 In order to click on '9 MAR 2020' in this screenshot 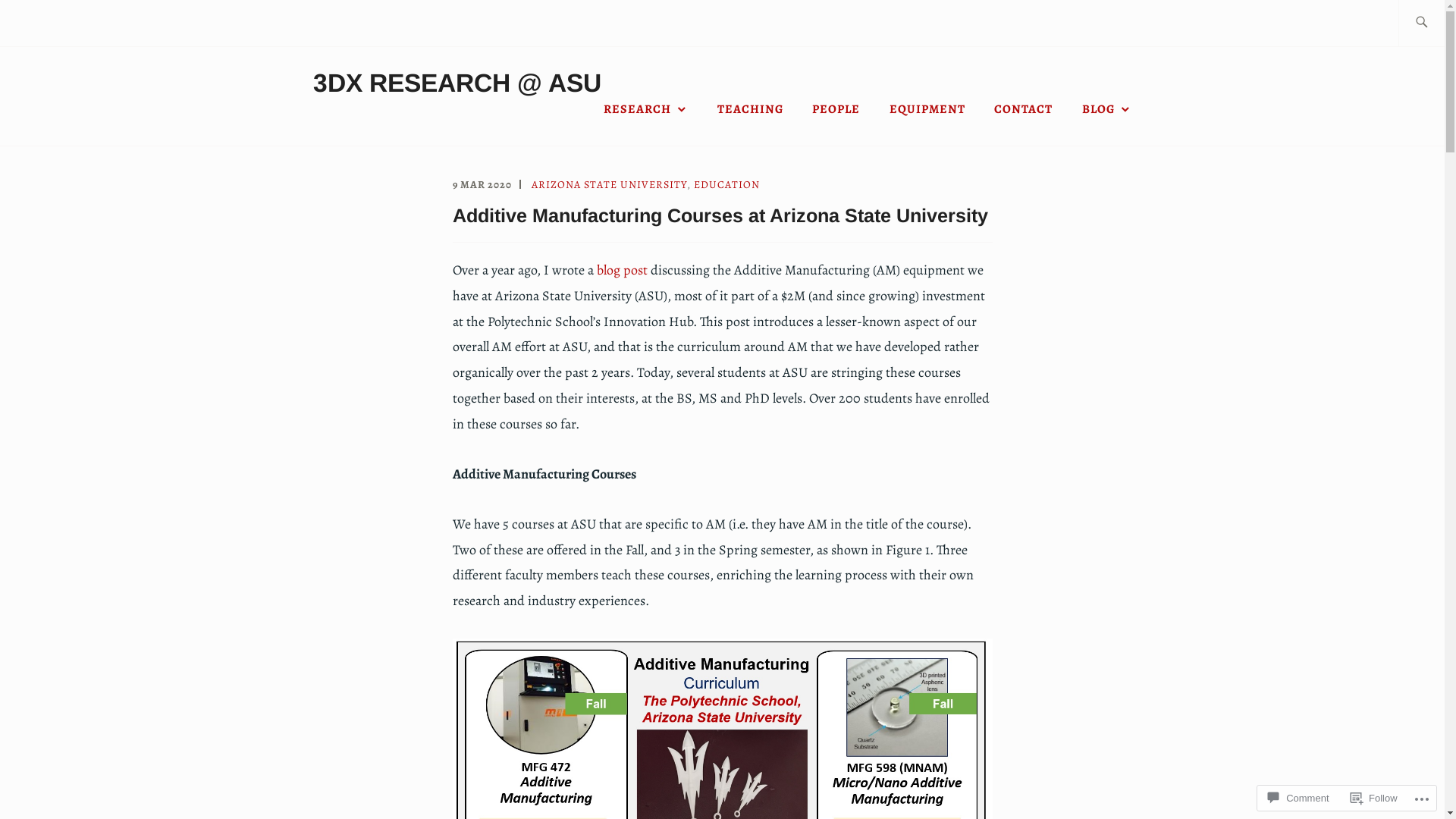, I will do `click(480, 184)`.